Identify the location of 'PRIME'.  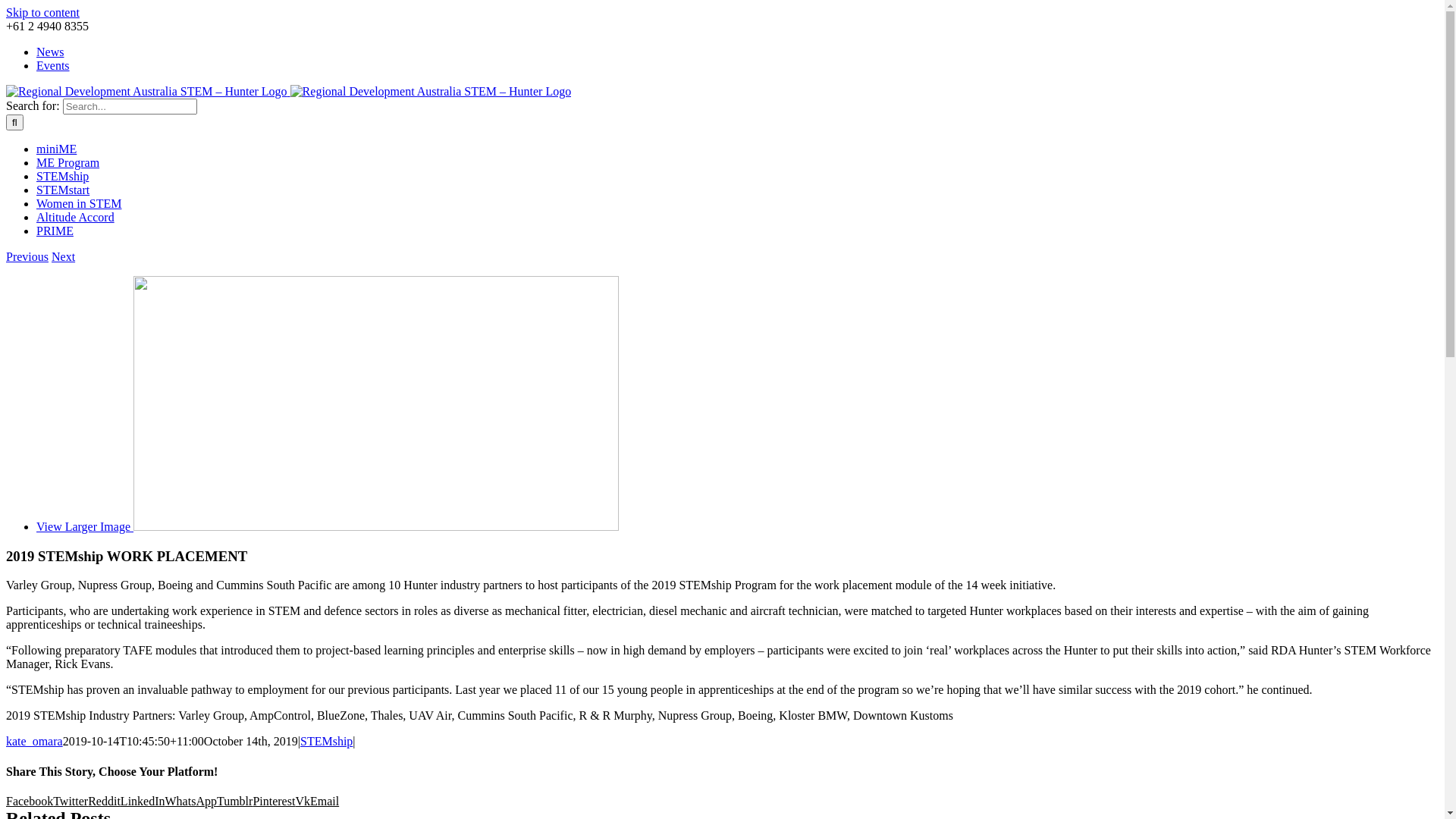
(36, 231).